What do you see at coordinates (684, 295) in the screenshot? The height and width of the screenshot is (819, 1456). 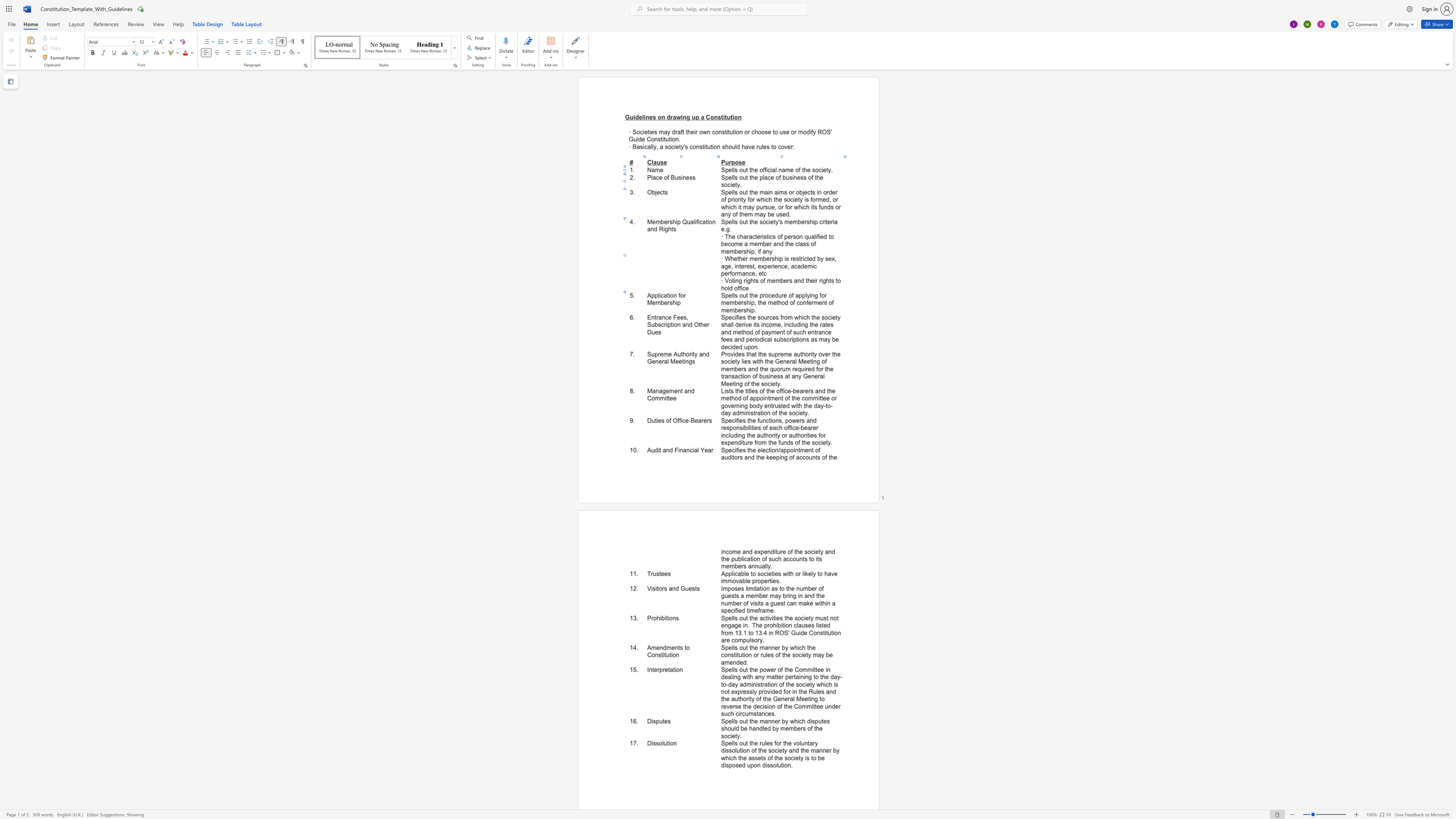 I see `the 1th character "r" in the text` at bounding box center [684, 295].